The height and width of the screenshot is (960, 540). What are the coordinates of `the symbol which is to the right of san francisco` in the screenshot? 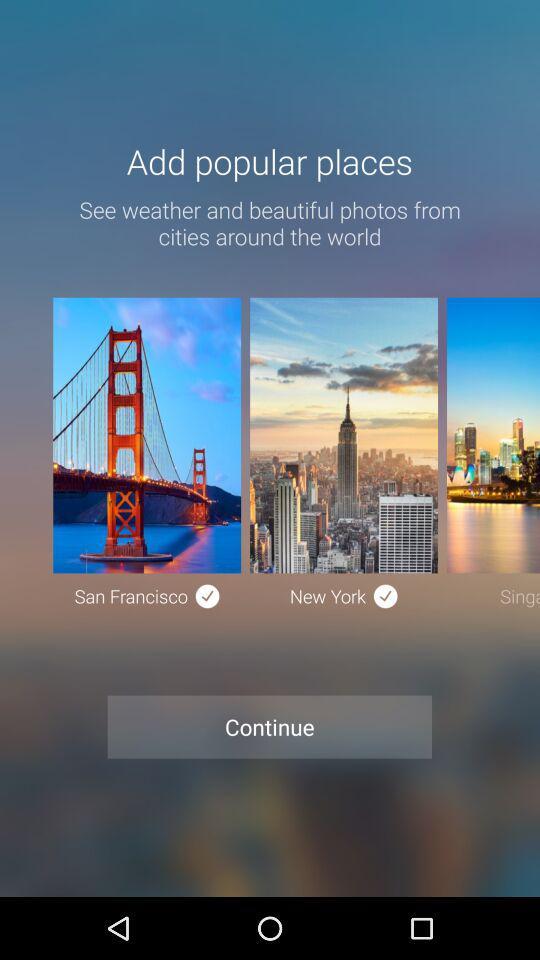 It's located at (206, 596).